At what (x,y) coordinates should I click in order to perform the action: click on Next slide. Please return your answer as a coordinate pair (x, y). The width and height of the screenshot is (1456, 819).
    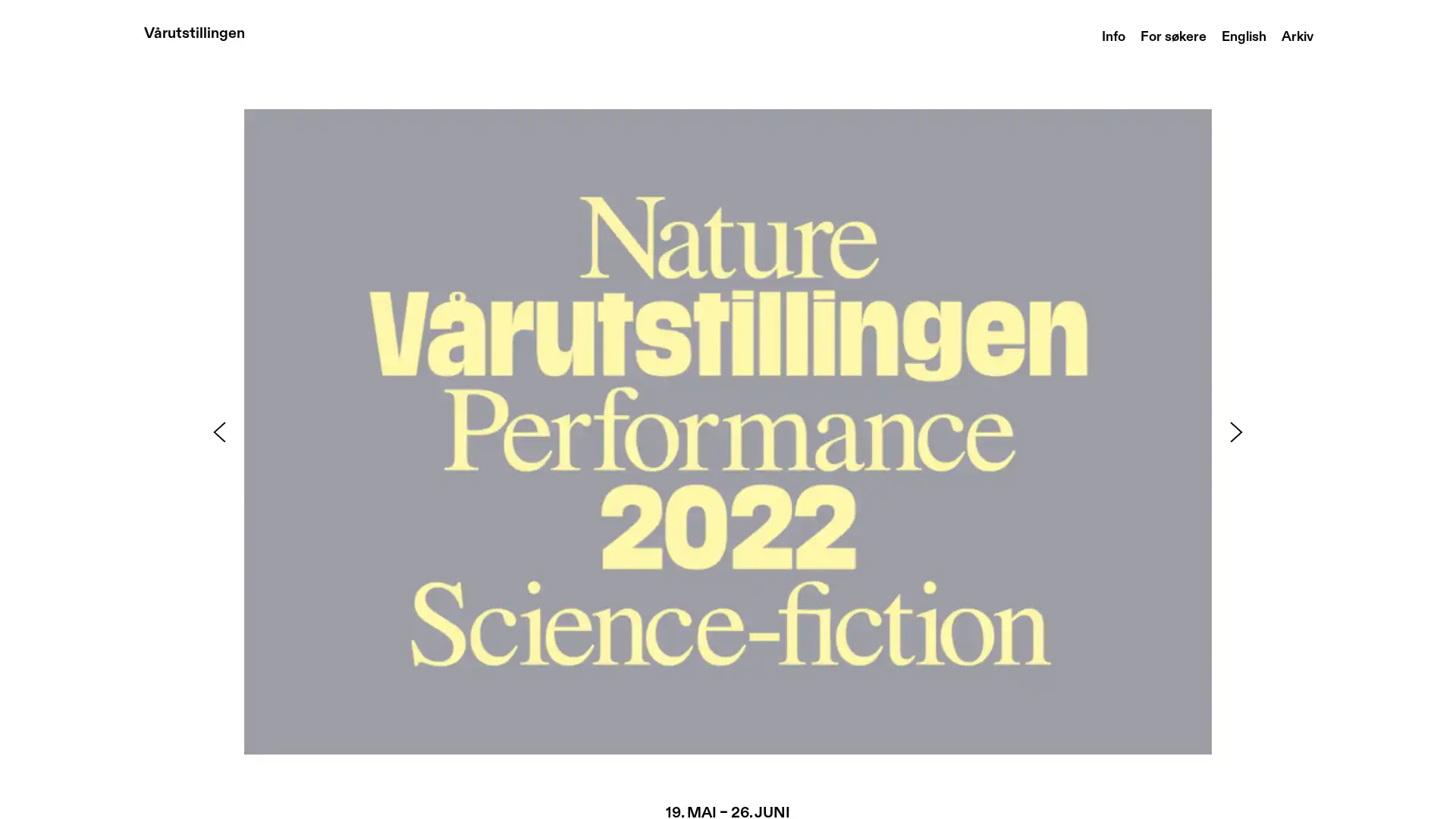
    Looking at the image, I should click on (1236, 431).